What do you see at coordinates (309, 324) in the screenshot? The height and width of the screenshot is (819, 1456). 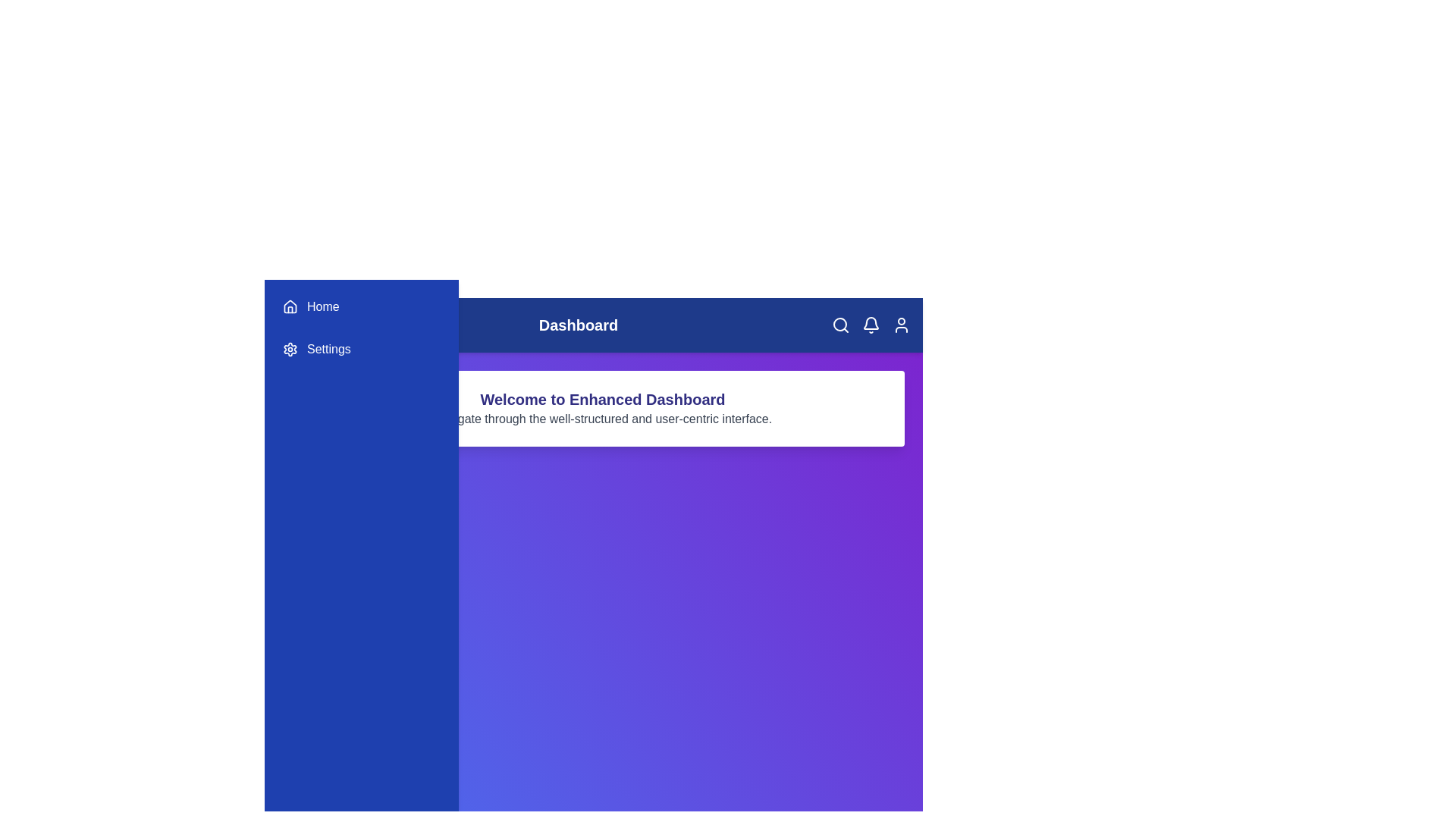 I see `menu button to toggle the menu visibility` at bounding box center [309, 324].